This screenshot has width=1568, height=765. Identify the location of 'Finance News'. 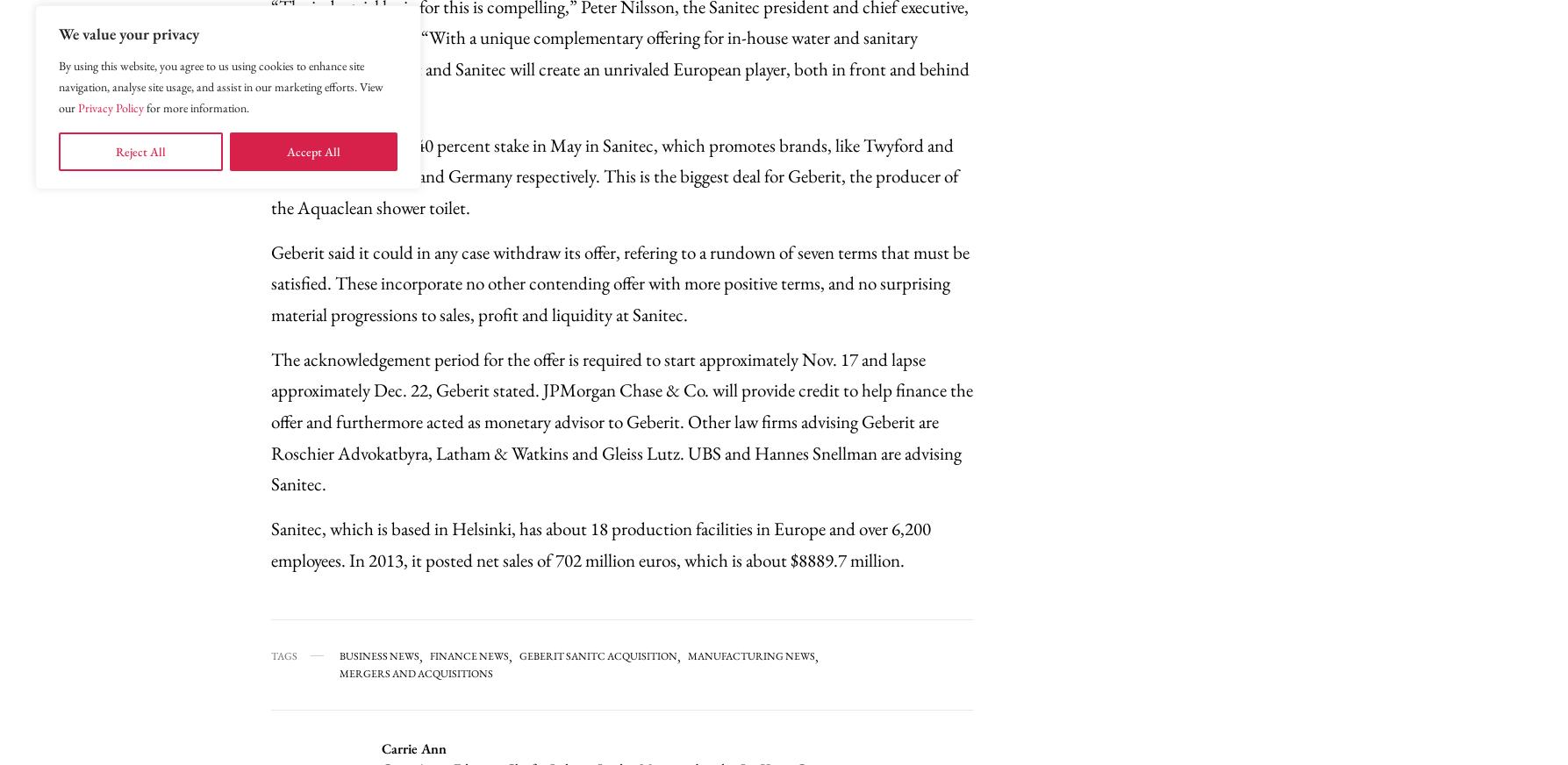
(468, 655).